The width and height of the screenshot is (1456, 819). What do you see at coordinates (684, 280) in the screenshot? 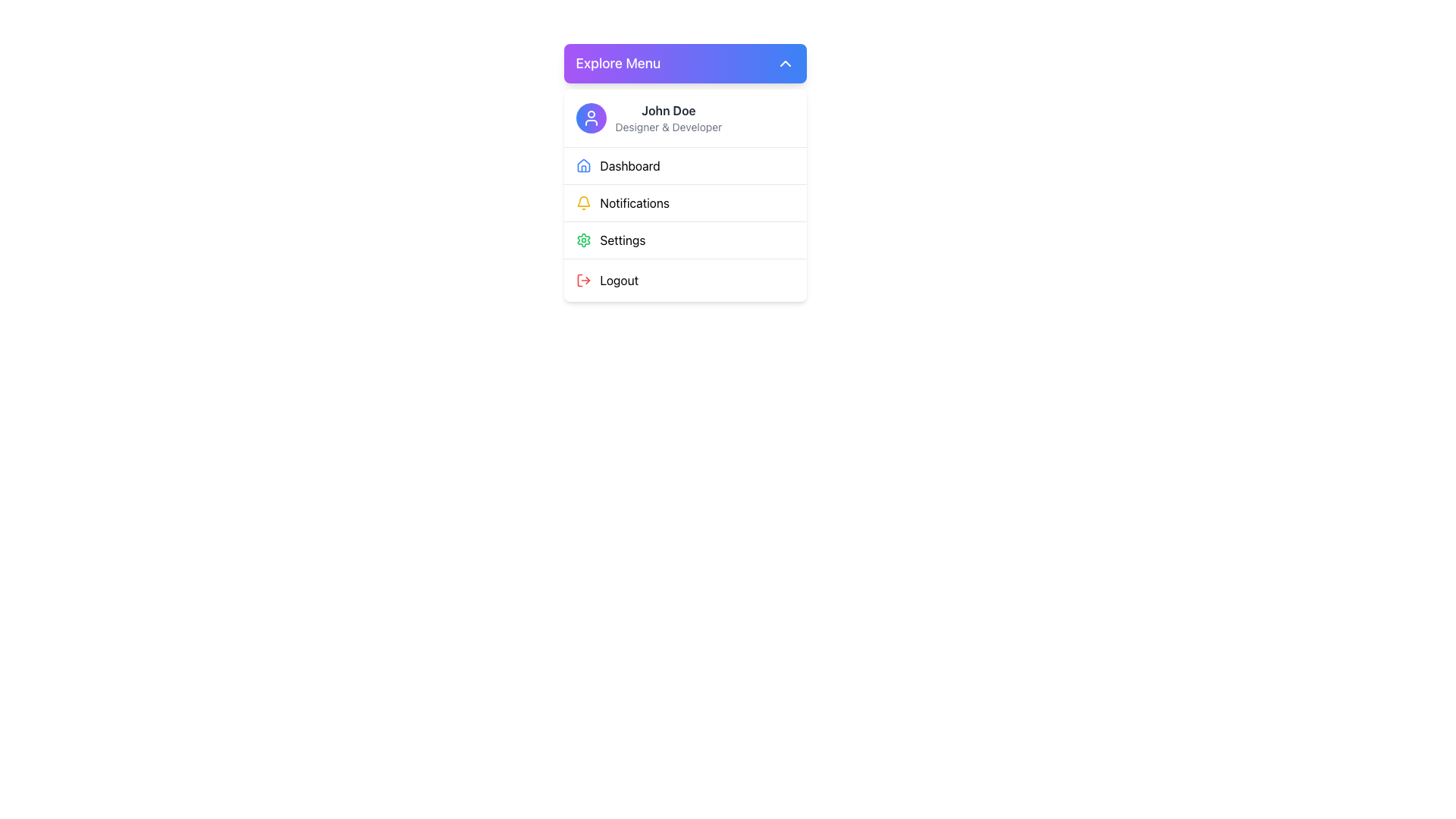
I see `the 'Logout' menu item, which is the fifth item in a vertical dropdown list, to change its background color` at bounding box center [684, 280].